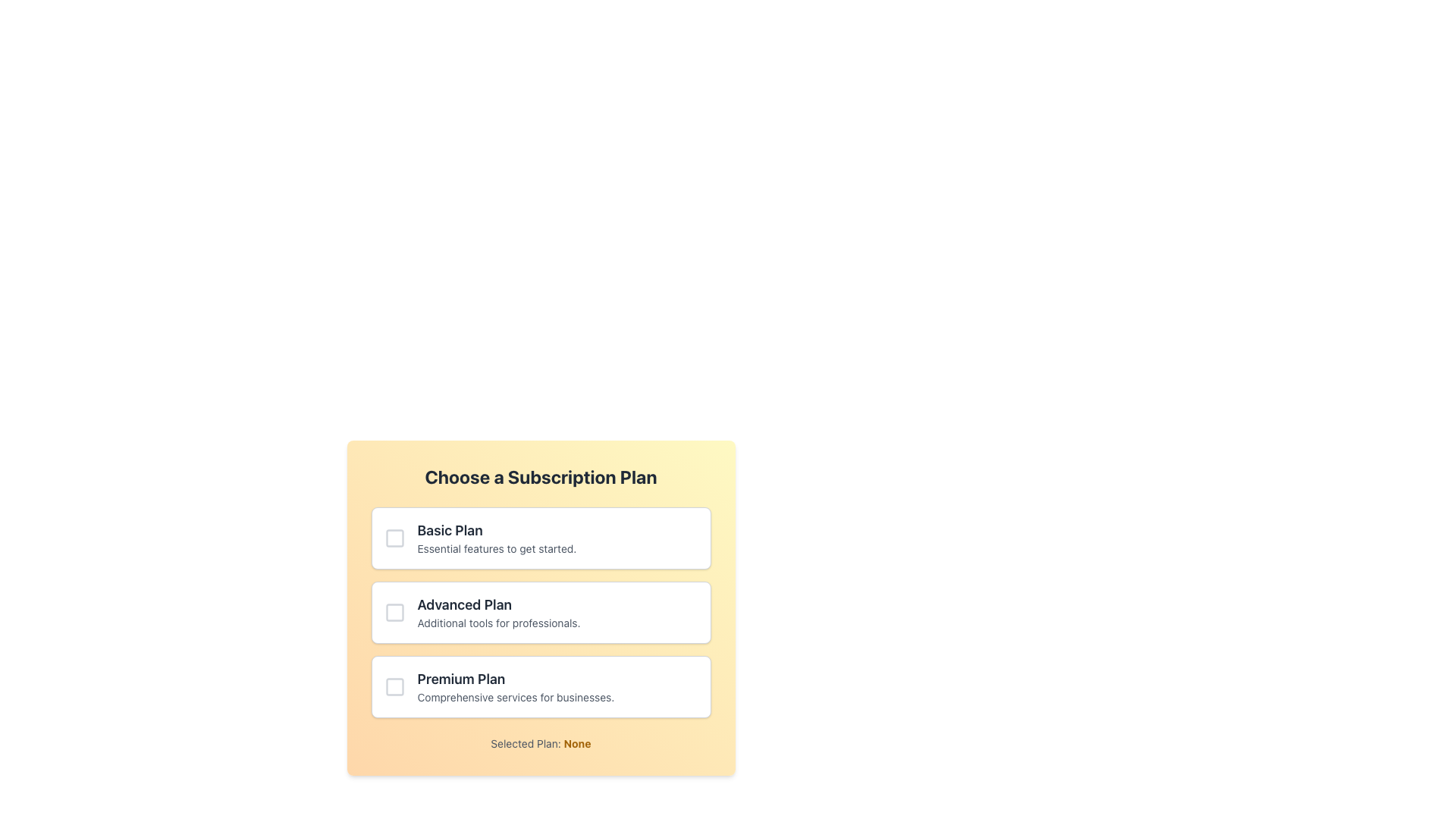 Image resolution: width=1456 pixels, height=819 pixels. Describe the element at coordinates (394, 687) in the screenshot. I see `the leftmost checkbox in the 'Premium Plan' section` at that location.